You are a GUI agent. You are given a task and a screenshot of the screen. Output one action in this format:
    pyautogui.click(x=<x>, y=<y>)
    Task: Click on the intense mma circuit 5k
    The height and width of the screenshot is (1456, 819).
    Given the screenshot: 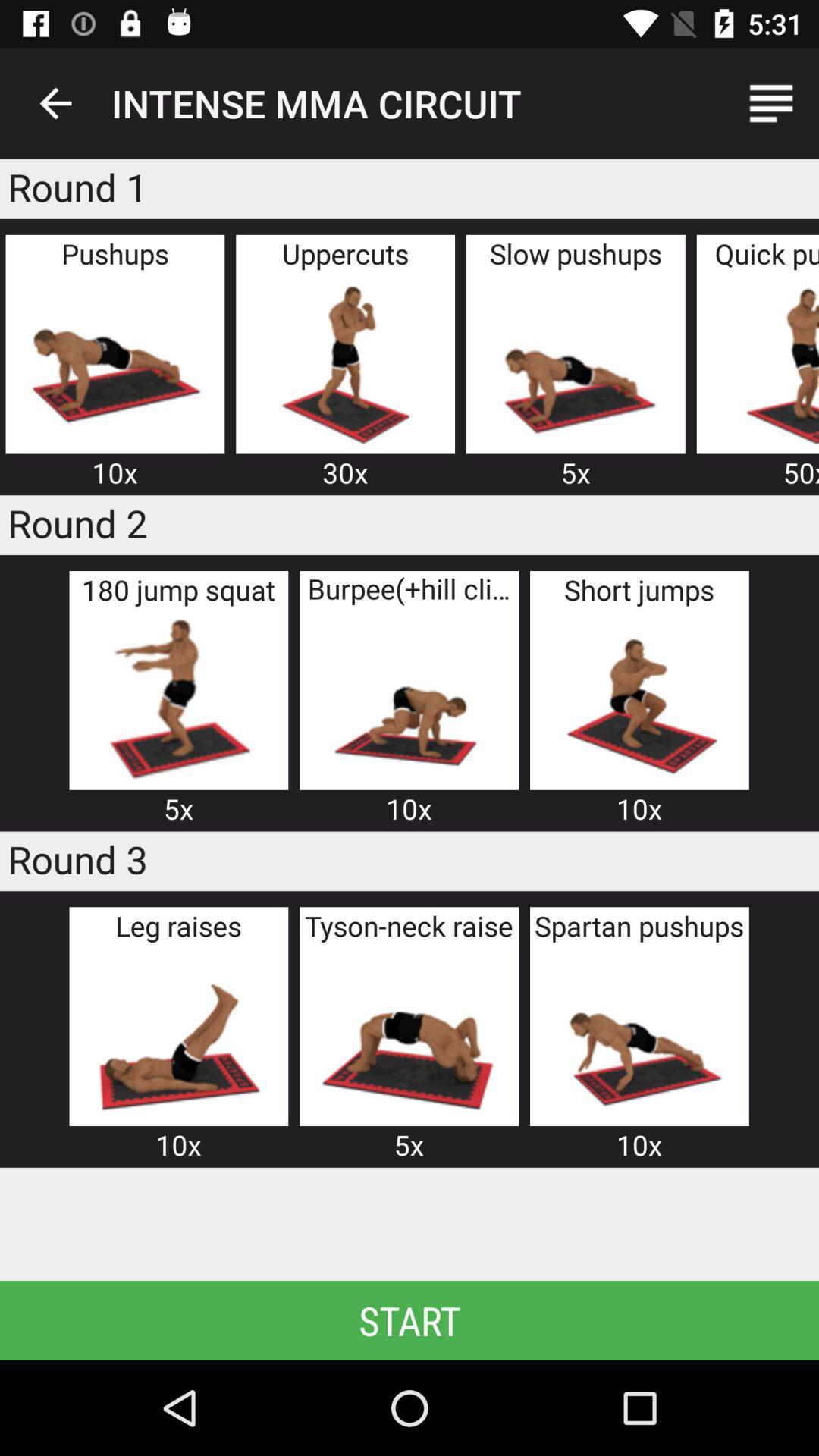 What is the action you would take?
    pyautogui.click(x=177, y=698)
    